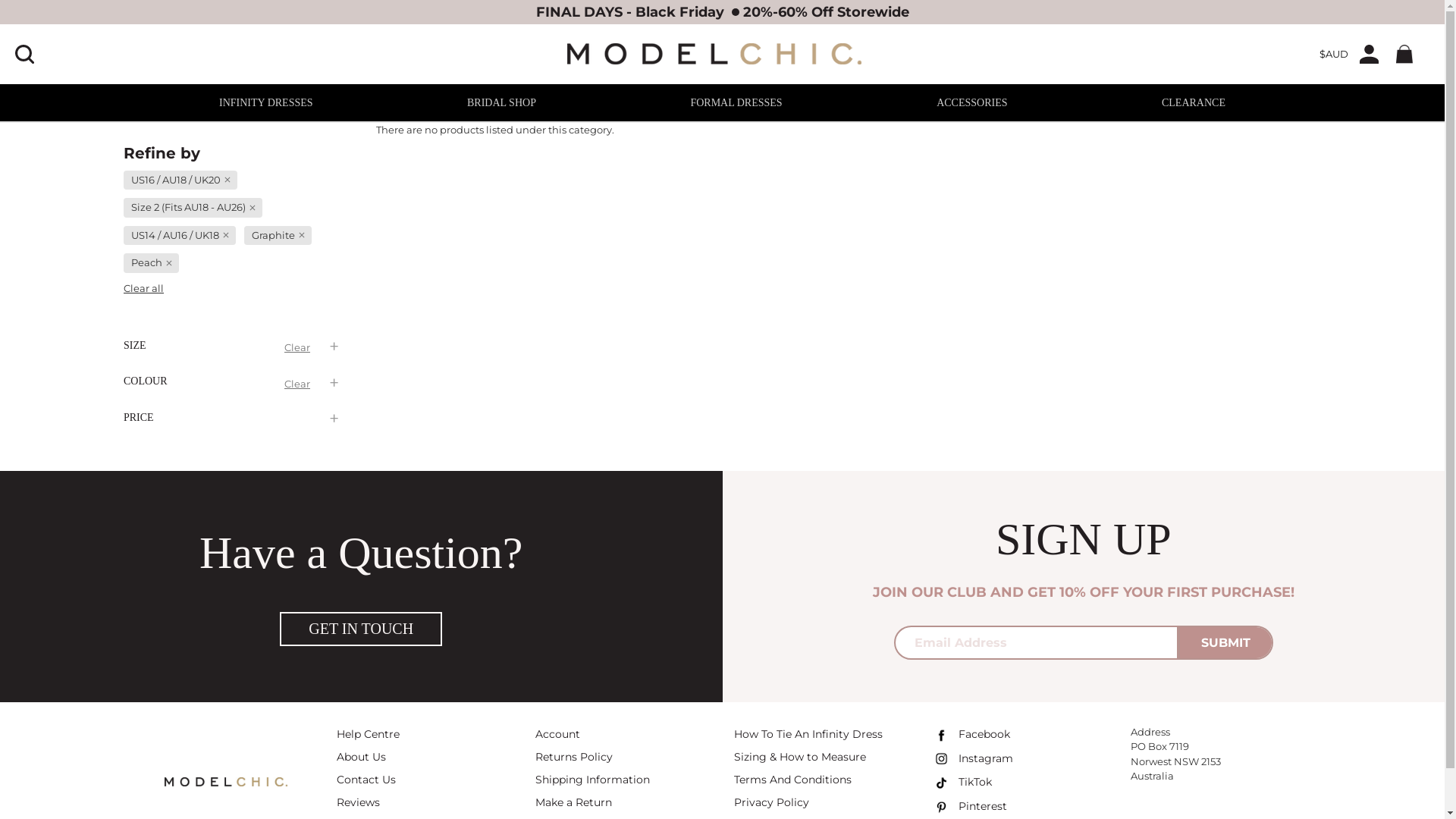  I want to click on 'Clear all', so click(143, 288).